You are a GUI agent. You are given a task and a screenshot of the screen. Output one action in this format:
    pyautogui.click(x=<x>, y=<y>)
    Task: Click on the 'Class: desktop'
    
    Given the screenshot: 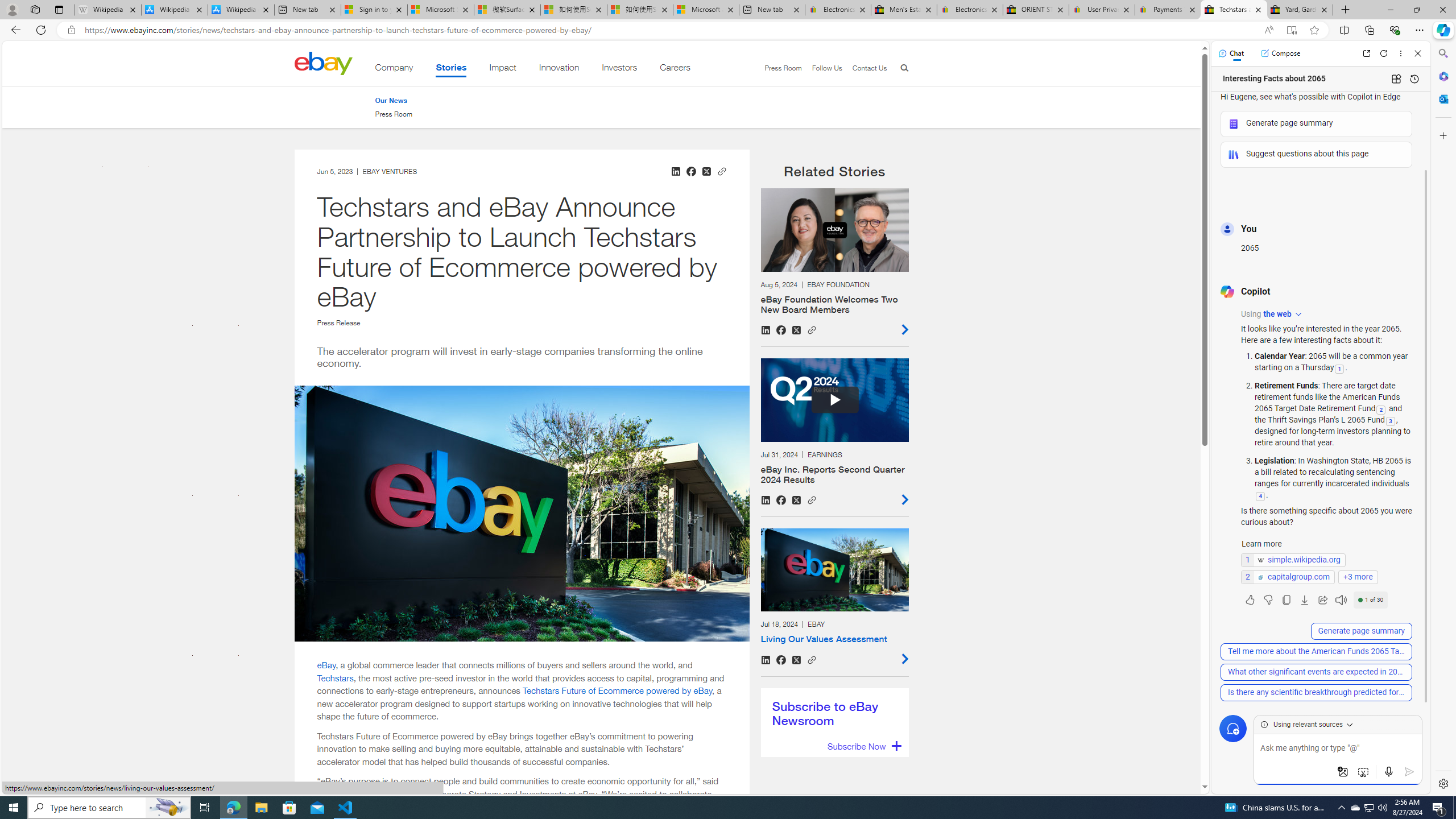 What is the action you would take?
    pyautogui.click(x=322, y=63)
    